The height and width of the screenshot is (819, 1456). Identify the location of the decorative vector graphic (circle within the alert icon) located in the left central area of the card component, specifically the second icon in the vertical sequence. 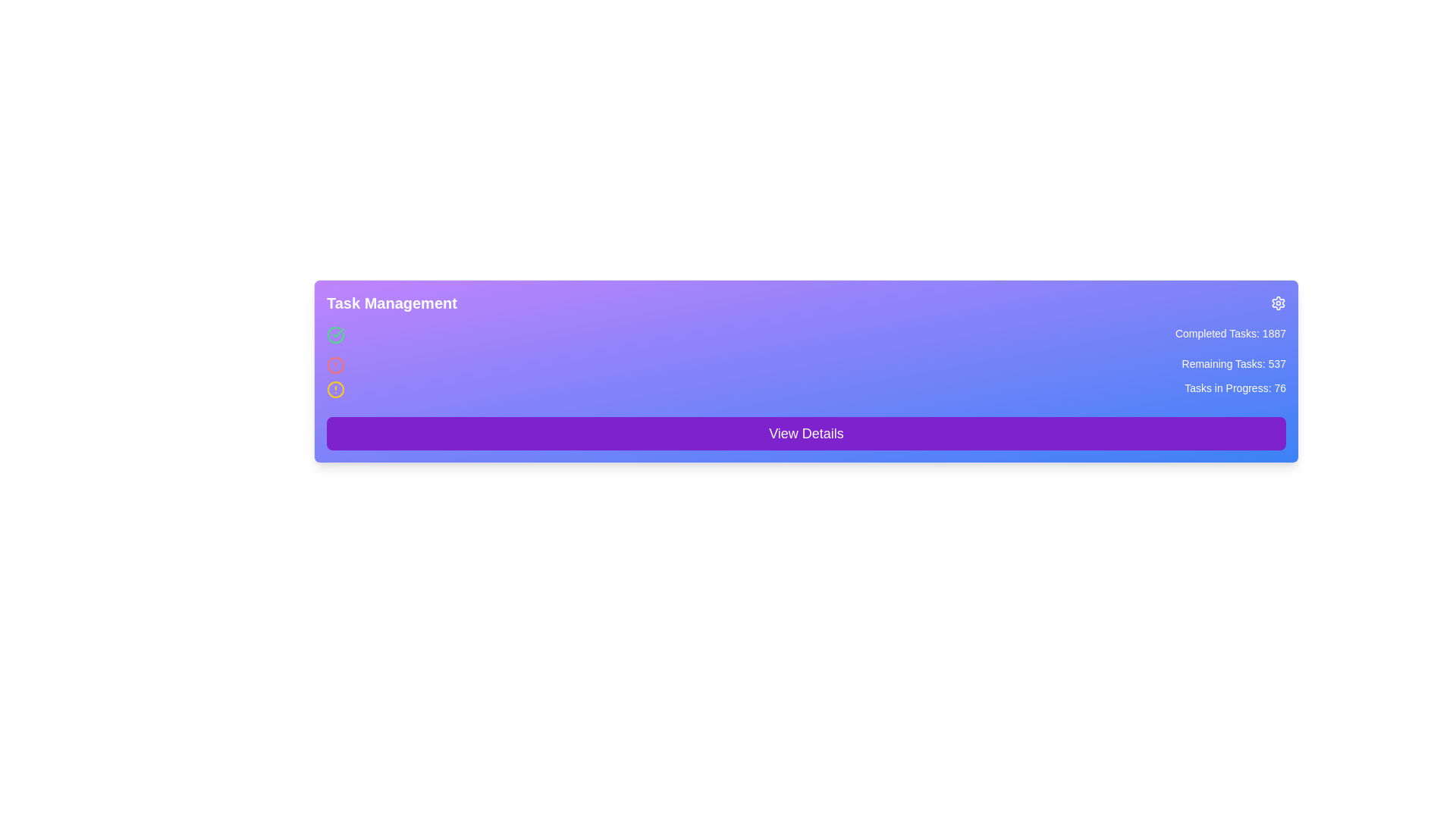
(334, 366).